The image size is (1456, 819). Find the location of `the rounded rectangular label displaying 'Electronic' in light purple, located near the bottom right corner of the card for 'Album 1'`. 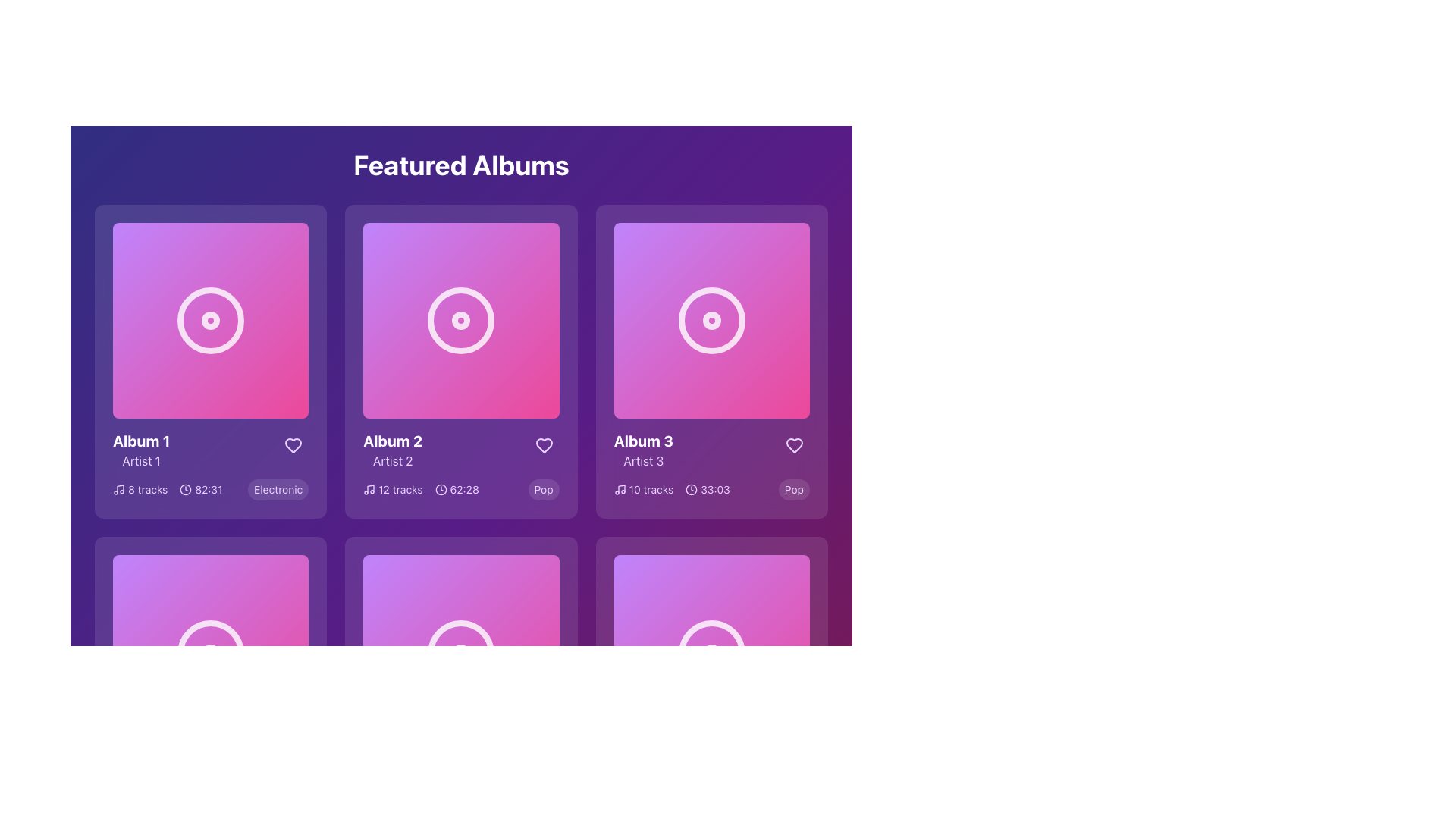

the rounded rectangular label displaying 'Electronic' in light purple, located near the bottom right corner of the card for 'Album 1' is located at coordinates (278, 490).